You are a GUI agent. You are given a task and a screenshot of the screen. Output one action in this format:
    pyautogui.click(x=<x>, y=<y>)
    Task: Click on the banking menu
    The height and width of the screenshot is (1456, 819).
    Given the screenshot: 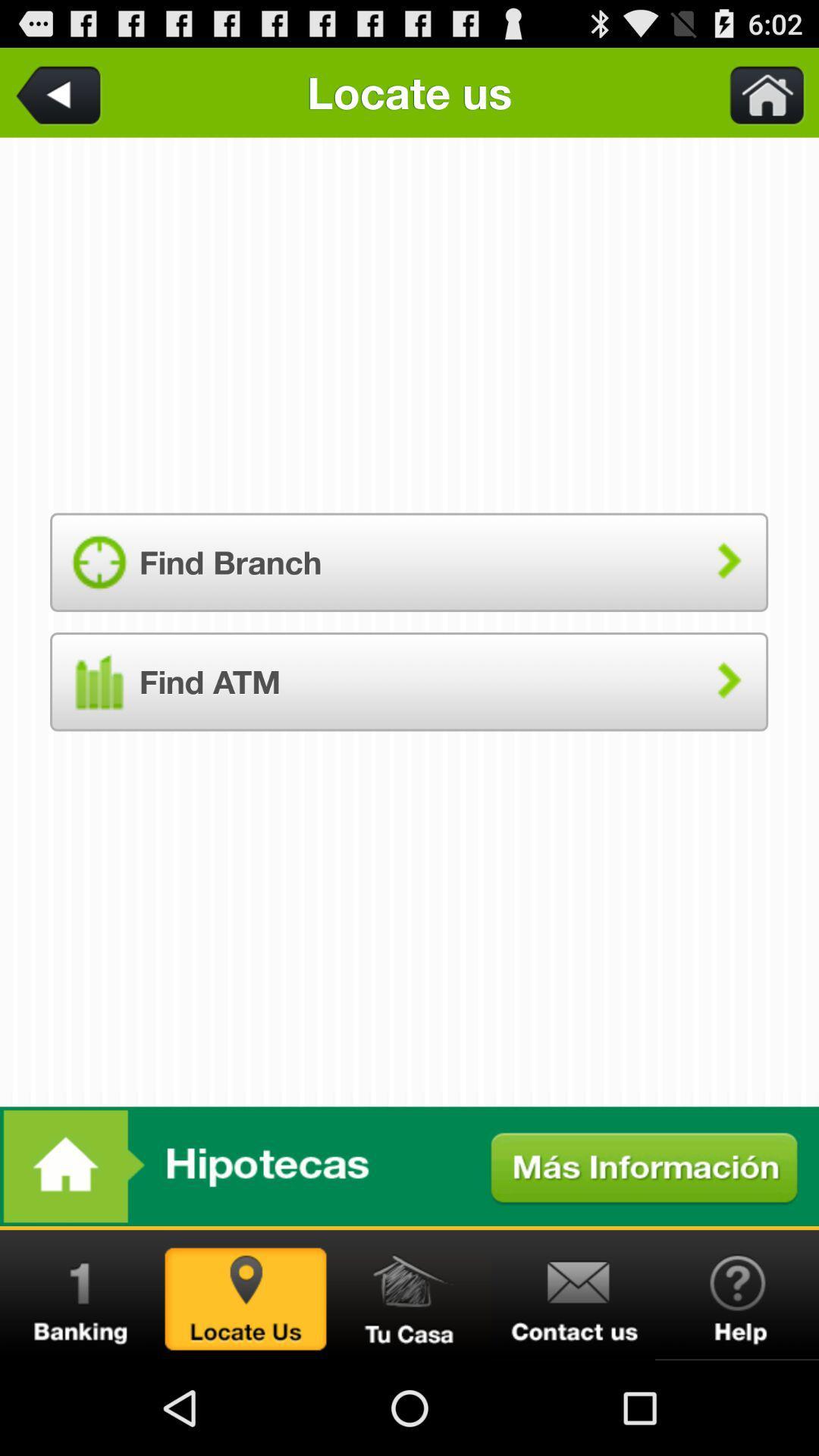 What is the action you would take?
    pyautogui.click(x=82, y=1294)
    